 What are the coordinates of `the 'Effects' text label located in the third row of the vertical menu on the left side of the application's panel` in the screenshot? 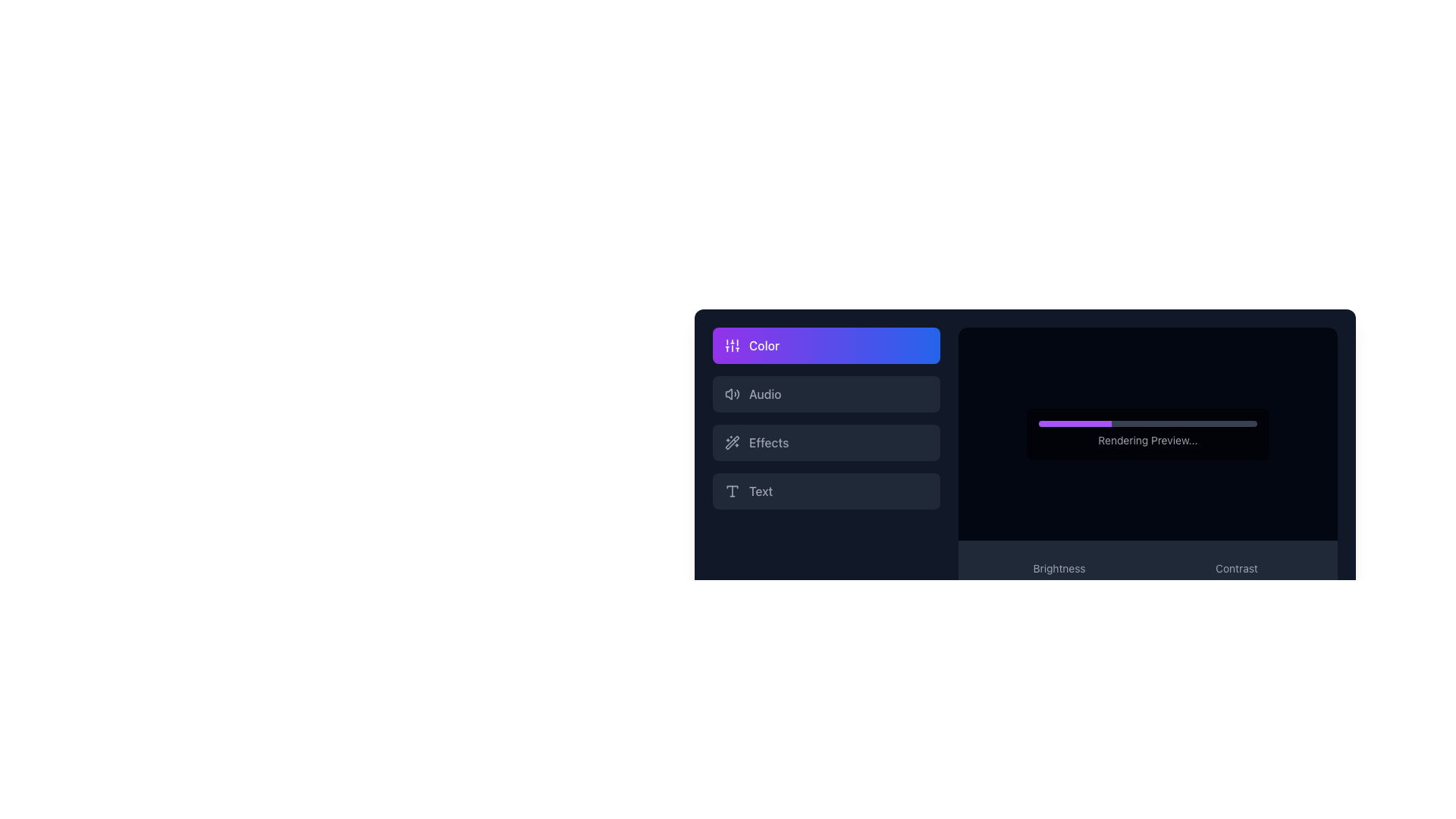 It's located at (769, 442).